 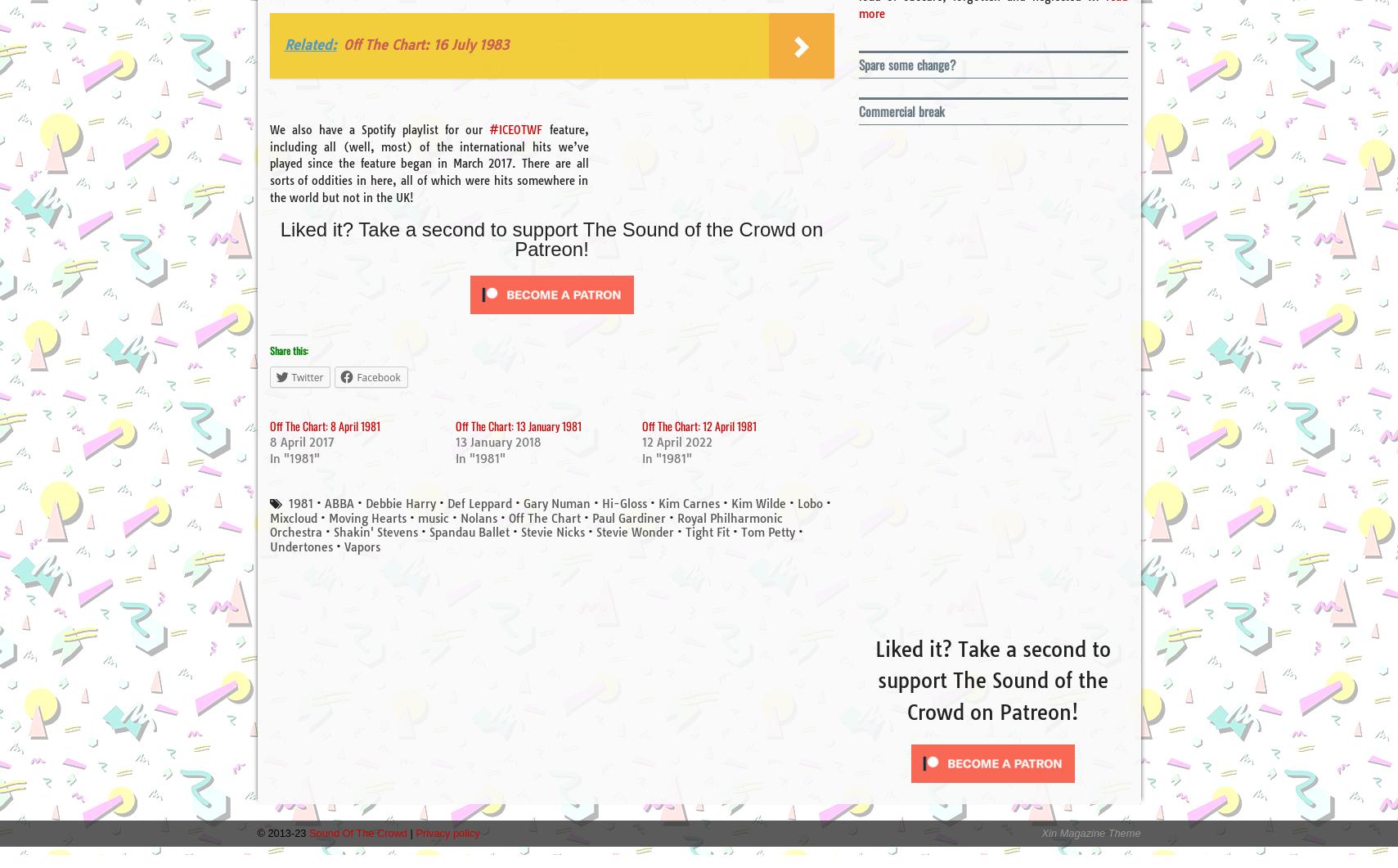 What do you see at coordinates (306, 377) in the screenshot?
I see `'Twitter'` at bounding box center [306, 377].